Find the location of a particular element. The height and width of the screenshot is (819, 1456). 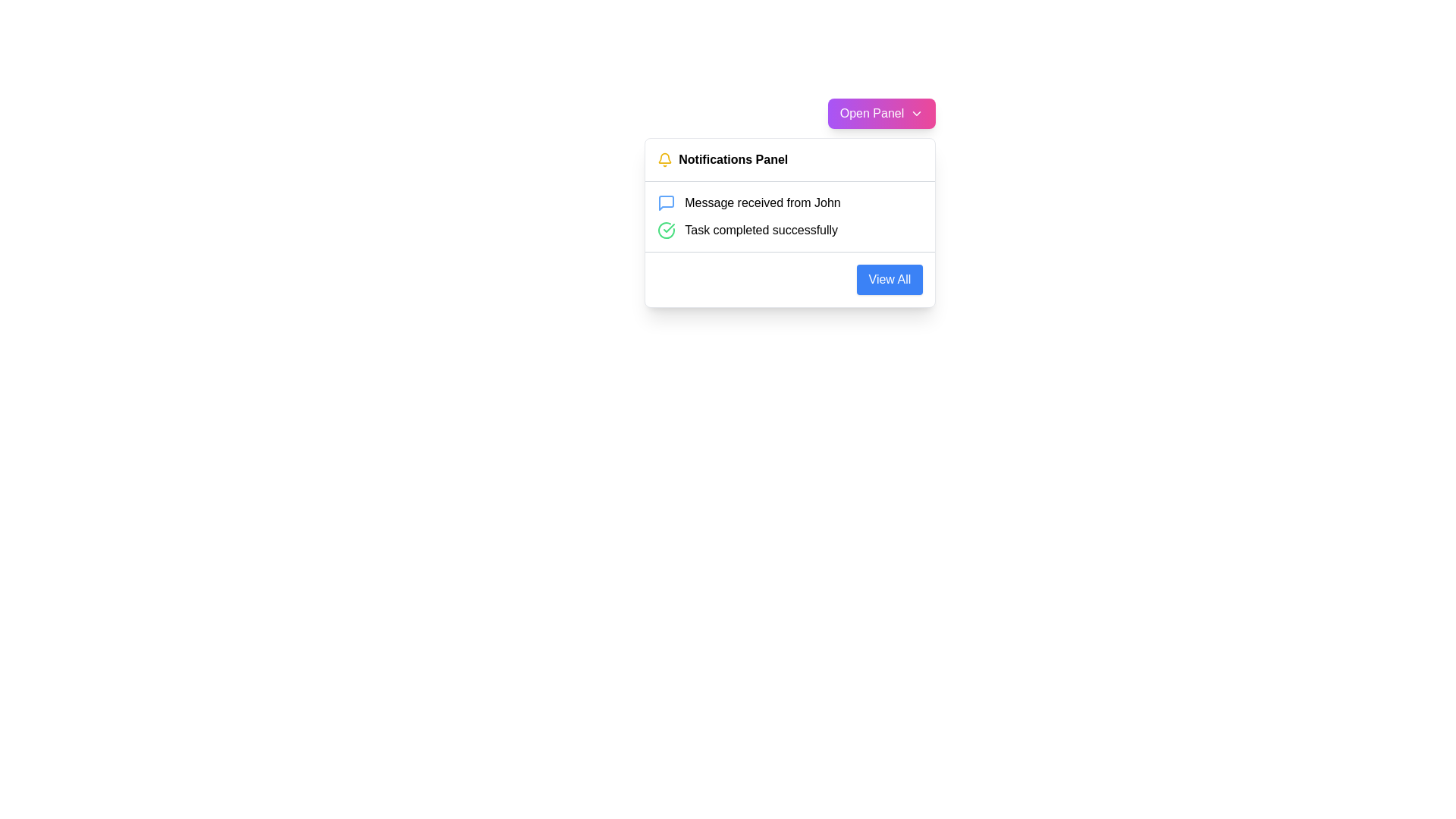

the second notification labeled 'Task completed successfully' in the Notifications Panel to acknowledge or interact with it is located at coordinates (789, 231).